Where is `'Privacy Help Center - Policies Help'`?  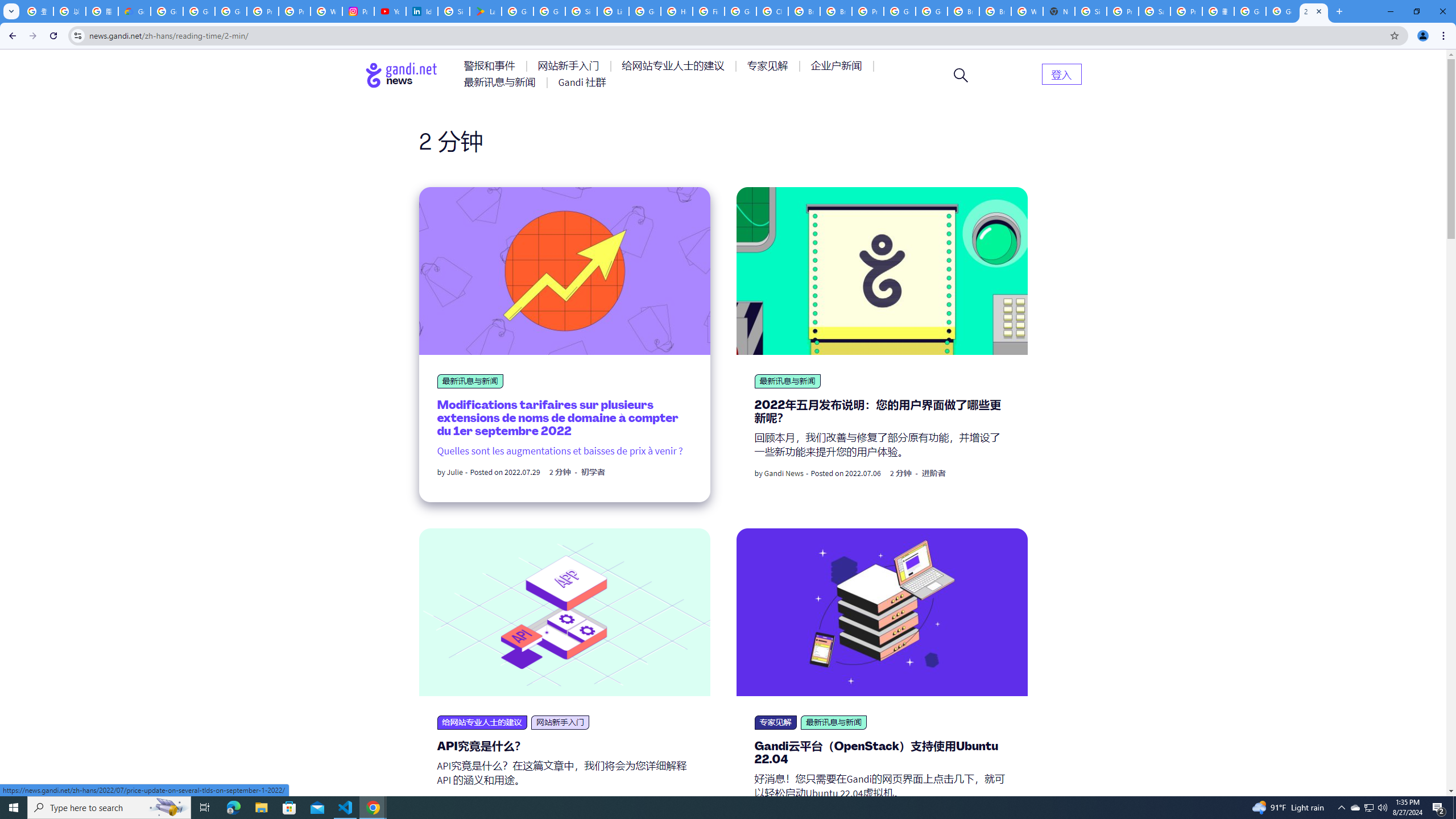
'Privacy Help Center - Policies Help' is located at coordinates (294, 11).